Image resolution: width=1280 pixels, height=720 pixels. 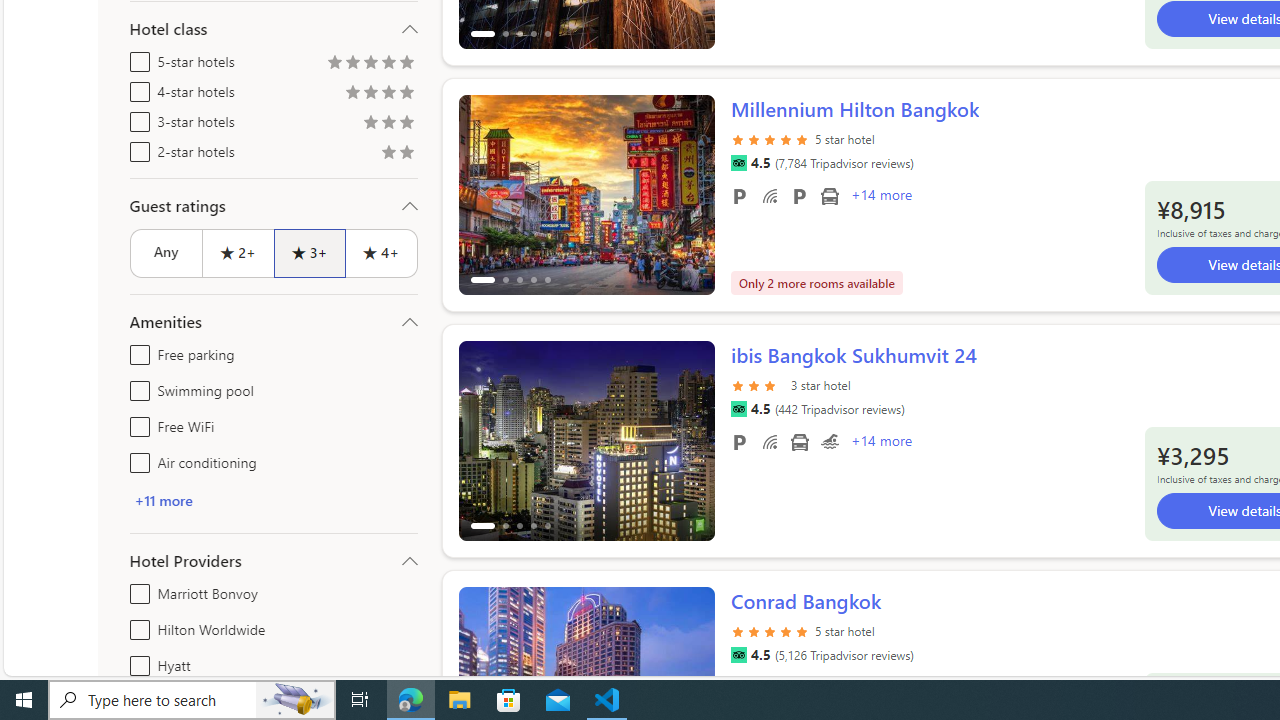 What do you see at coordinates (135, 459) in the screenshot?
I see `'Air conditioning'` at bounding box center [135, 459].